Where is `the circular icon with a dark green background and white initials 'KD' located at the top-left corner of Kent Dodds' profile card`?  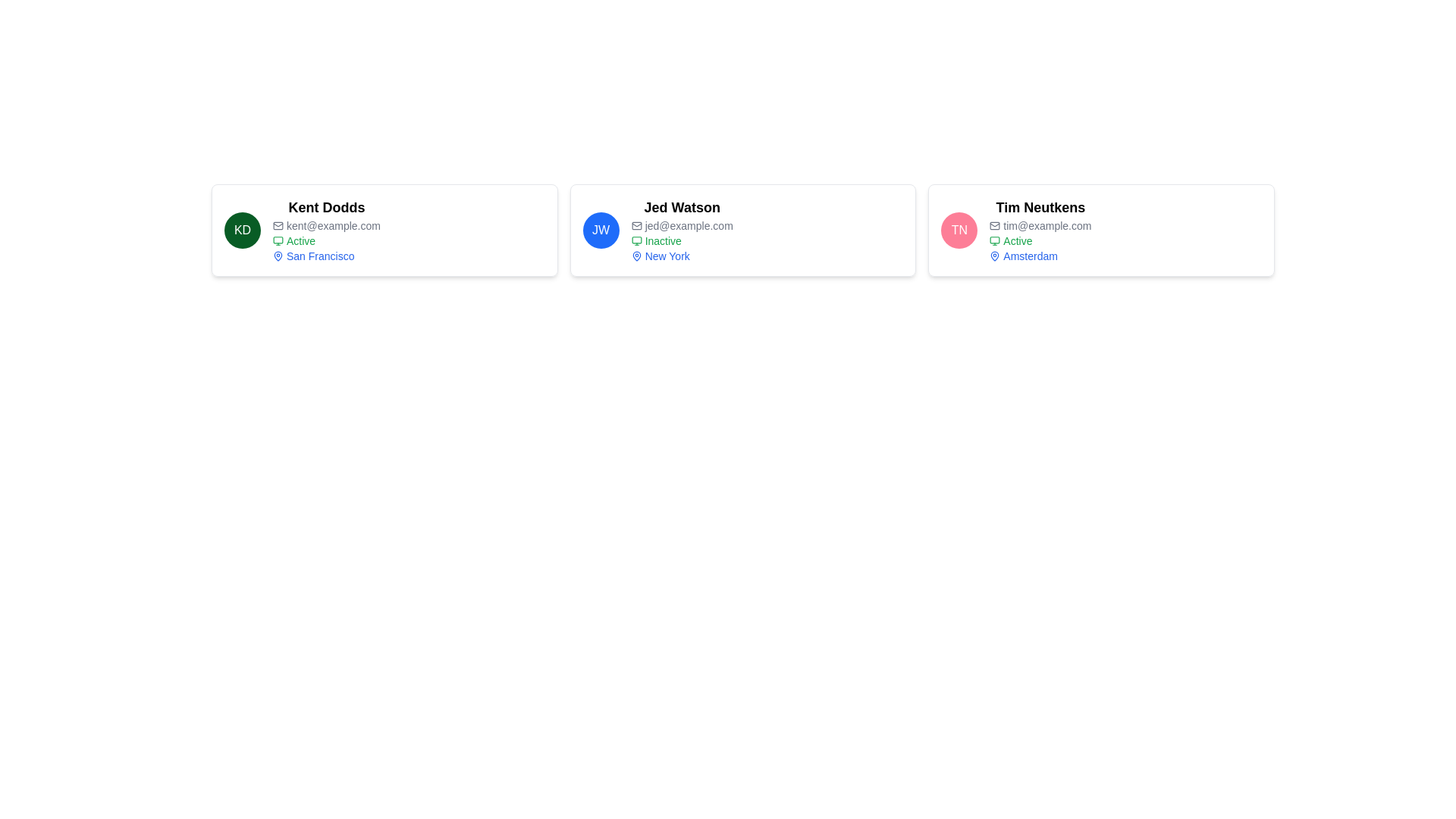
the circular icon with a dark green background and white initials 'KD' located at the top-left corner of Kent Dodds' profile card is located at coordinates (243, 231).